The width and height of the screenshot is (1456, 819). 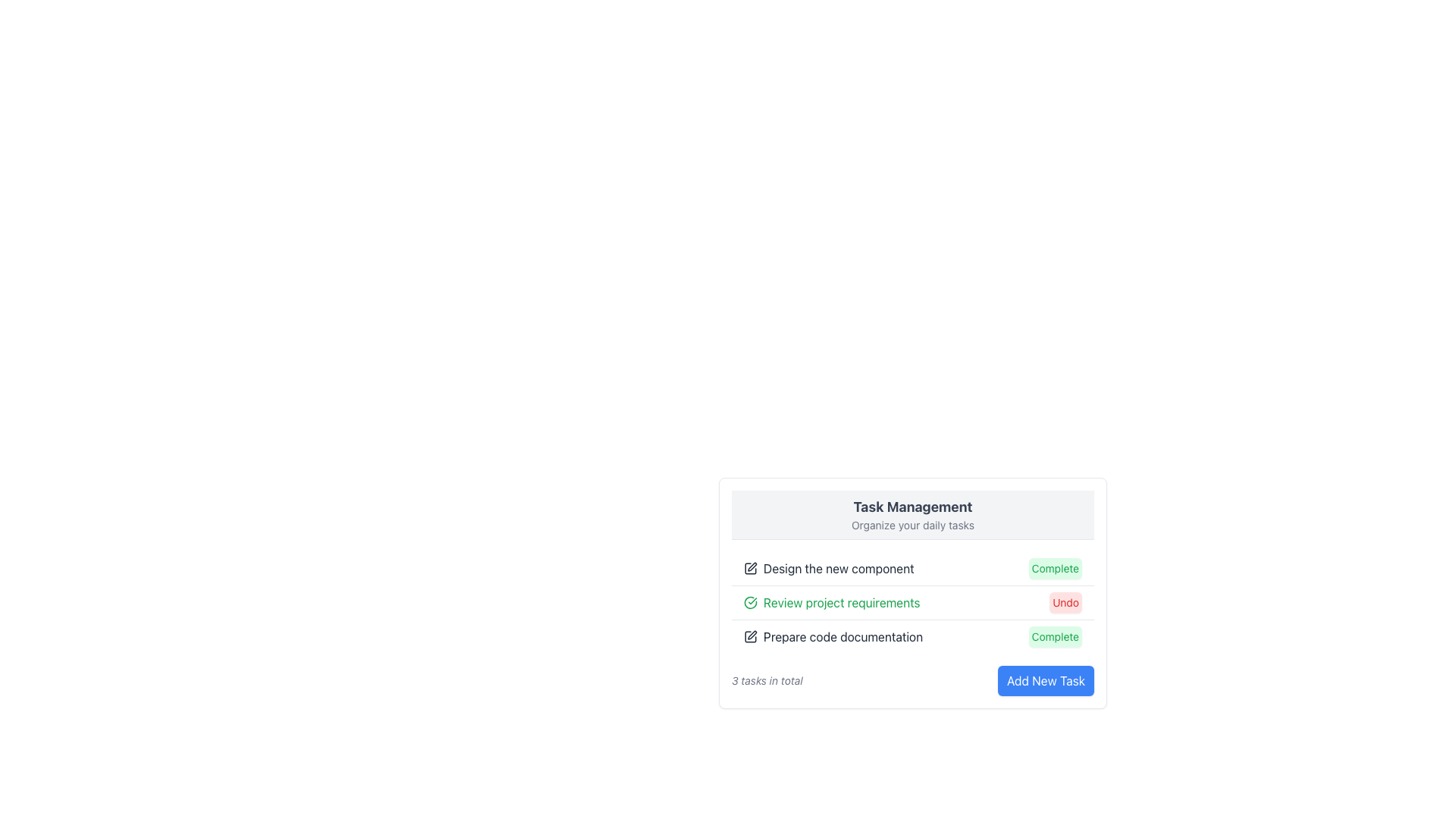 I want to click on the 'Complete' button, which has green text on a light green background and is located to the far-right of the 'Prepare code documentation' task description, to mark the task as complete, so click(x=1054, y=637).